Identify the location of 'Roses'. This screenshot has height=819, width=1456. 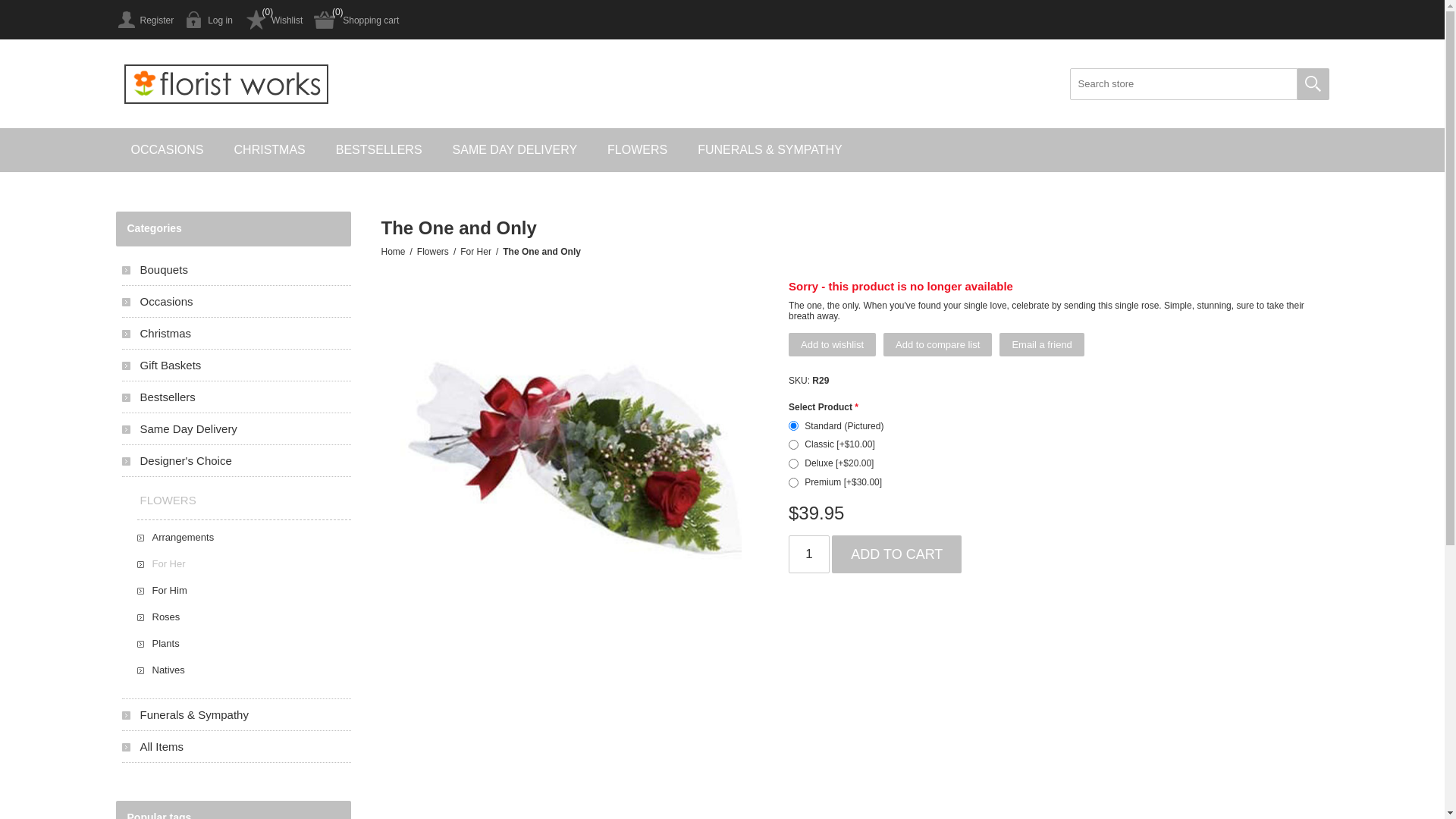
(136, 617).